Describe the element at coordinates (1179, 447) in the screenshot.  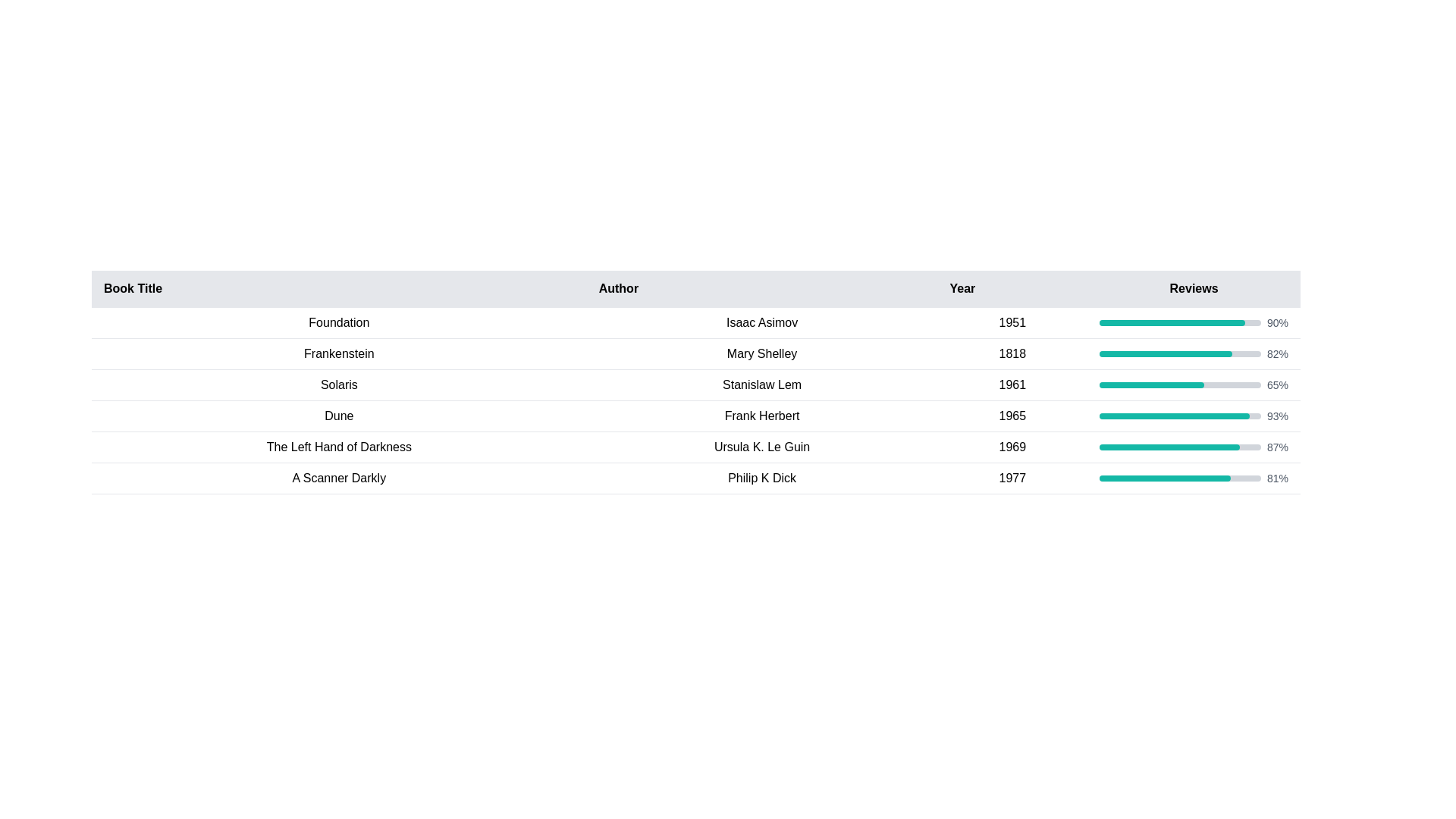
I see `the progress bar indicating 87% completion, which is the middle component of three horizontally grouped elements` at that location.